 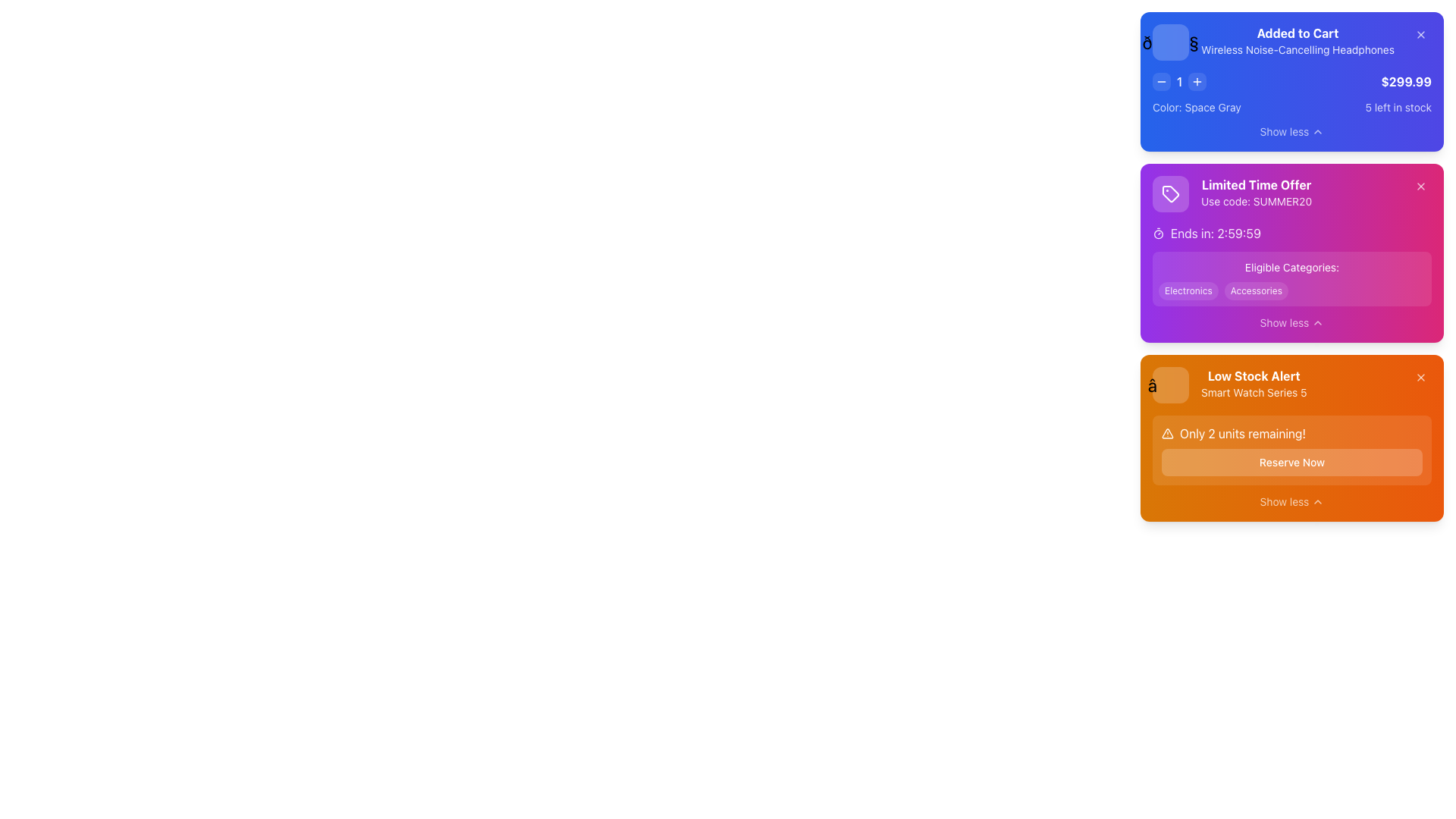 I want to click on the 'Reserve Now' button with a rounded rectangle shape and gradient orange background located in the bottom-right card labeled 'Low Stock Alert' to observe hover effects, so click(x=1291, y=461).